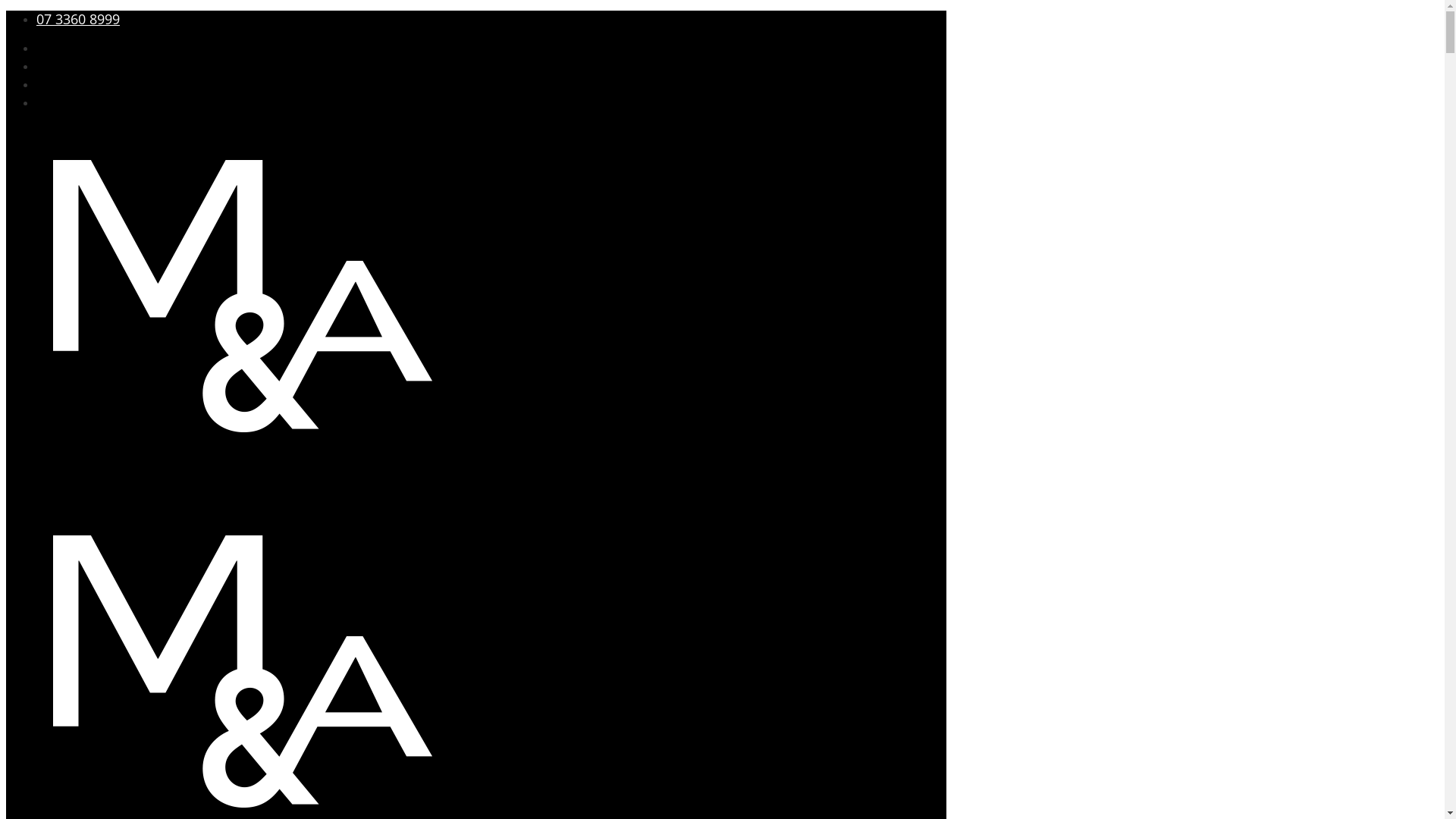 The height and width of the screenshot is (819, 1456). I want to click on '07 3360 8999', so click(77, 18).